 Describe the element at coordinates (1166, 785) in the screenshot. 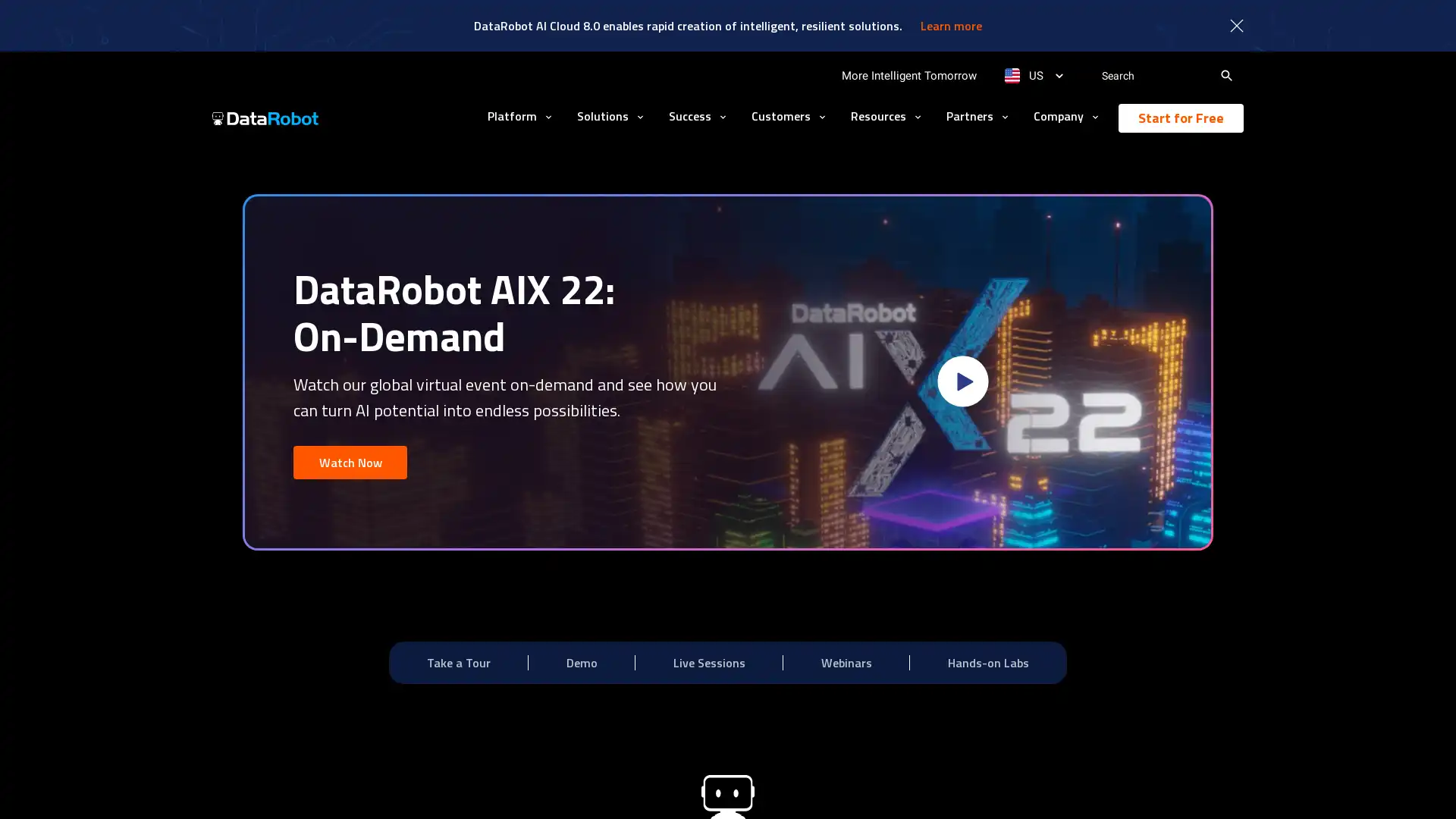

I see `Close` at that location.